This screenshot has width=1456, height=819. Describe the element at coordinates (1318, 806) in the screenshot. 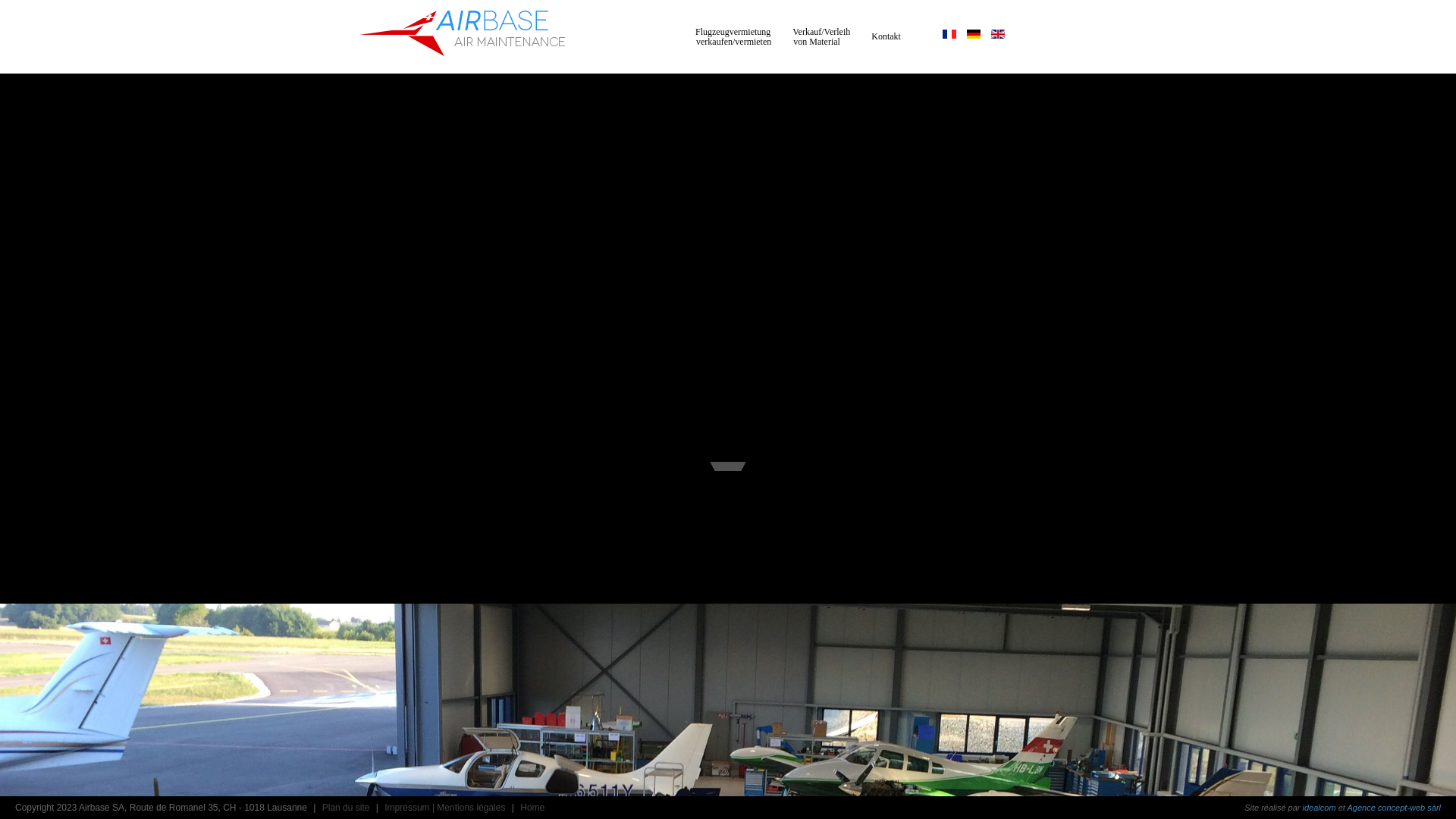

I see `'idealcom'` at that location.